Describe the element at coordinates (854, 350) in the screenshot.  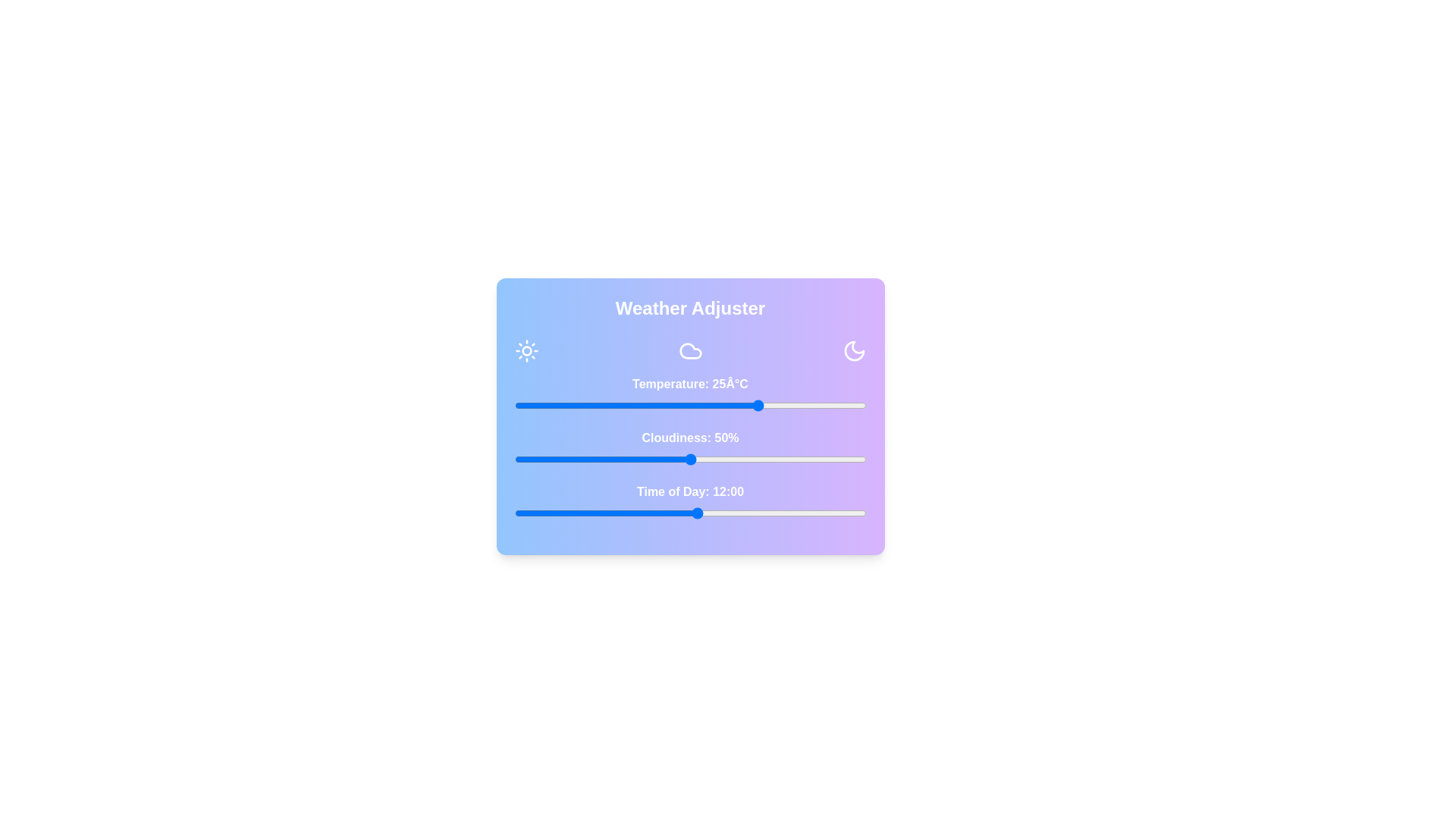
I see `the nighttime or moonlight icon located in the top-right corner of the main card, right next to the 'Weather Adjuster' title` at that location.